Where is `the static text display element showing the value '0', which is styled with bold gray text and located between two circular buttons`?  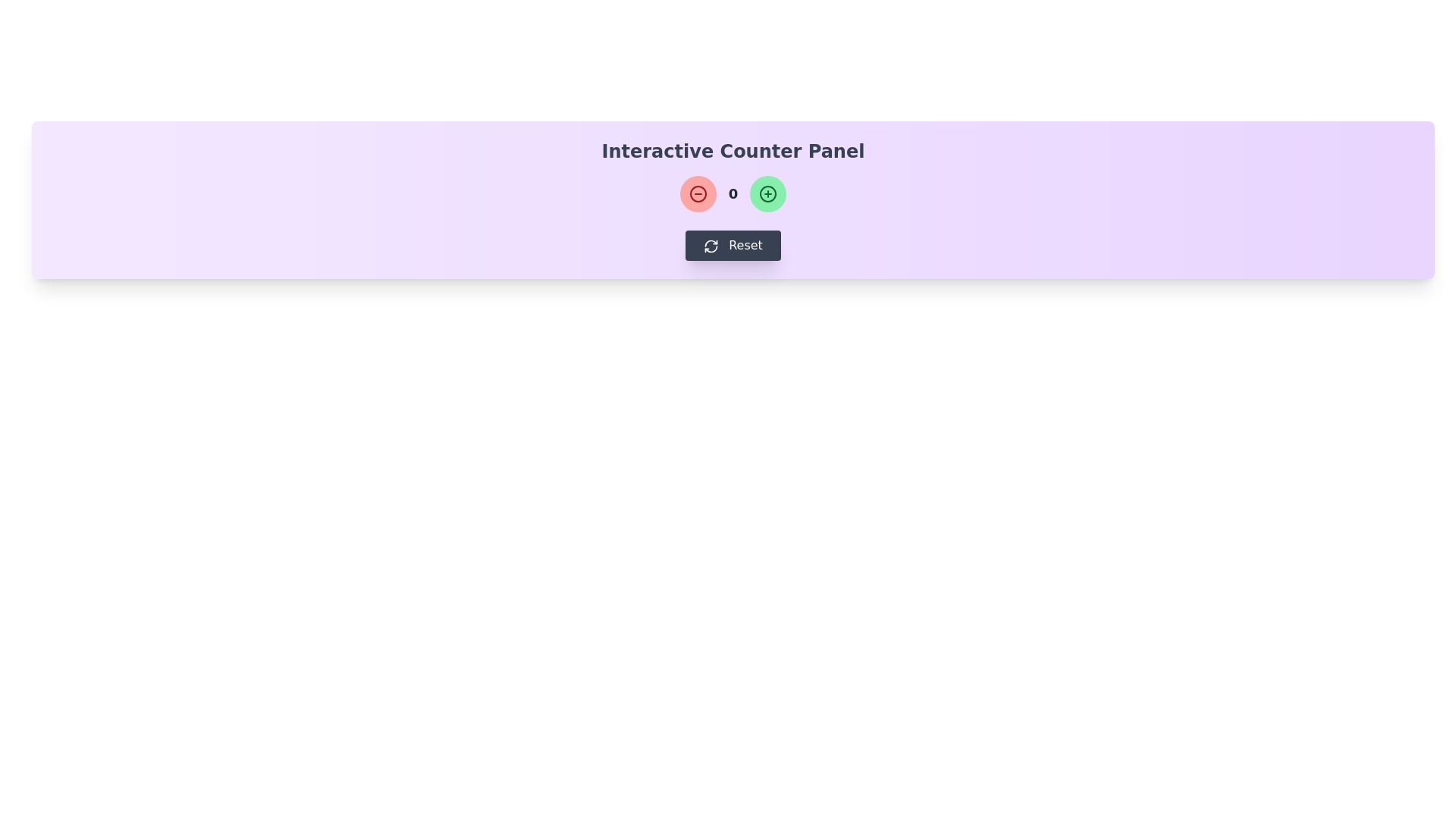
the static text display element showing the value '0', which is styled with bold gray text and located between two circular buttons is located at coordinates (733, 193).